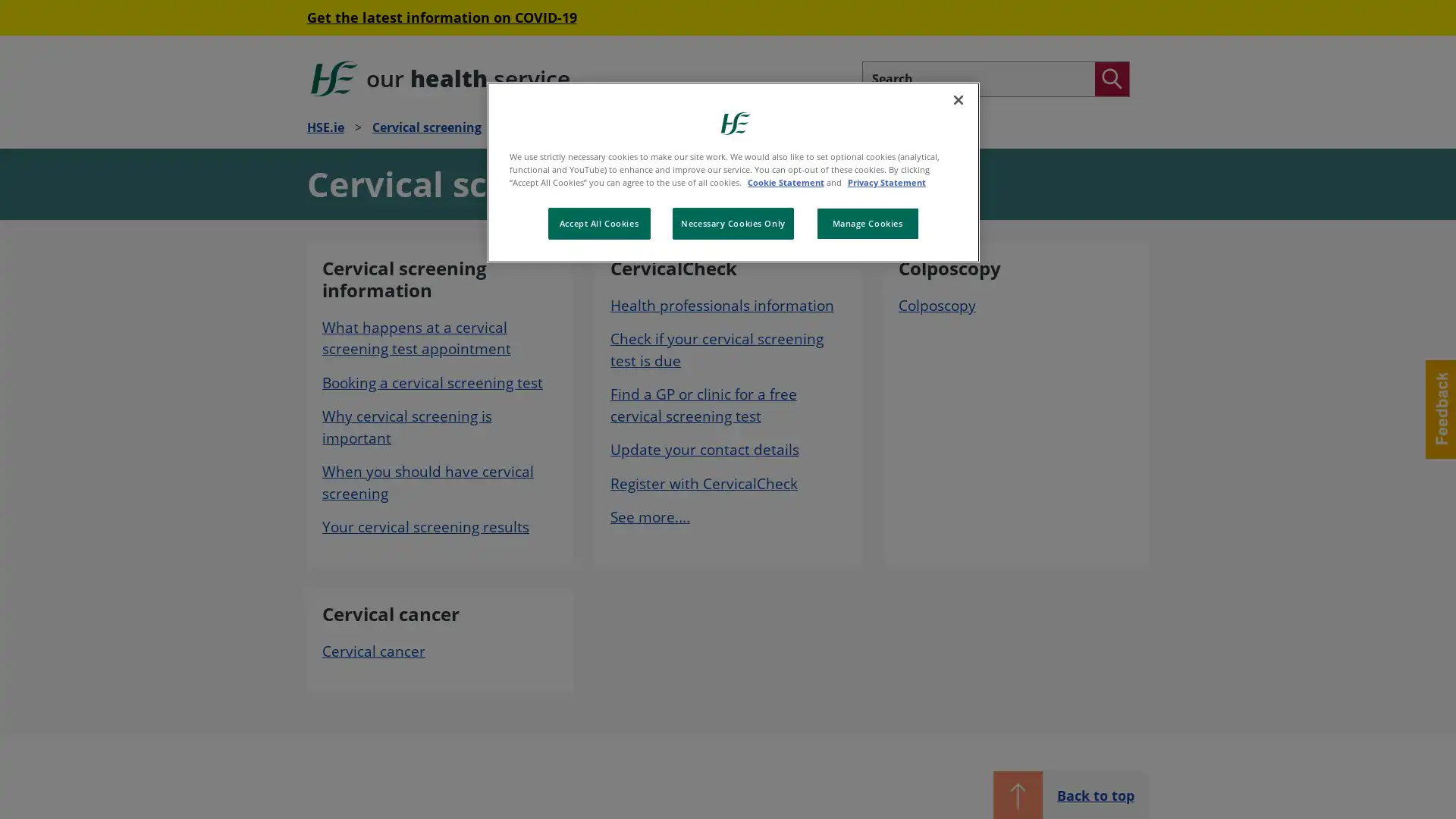  I want to click on Accept All Cookies, so click(598, 223).